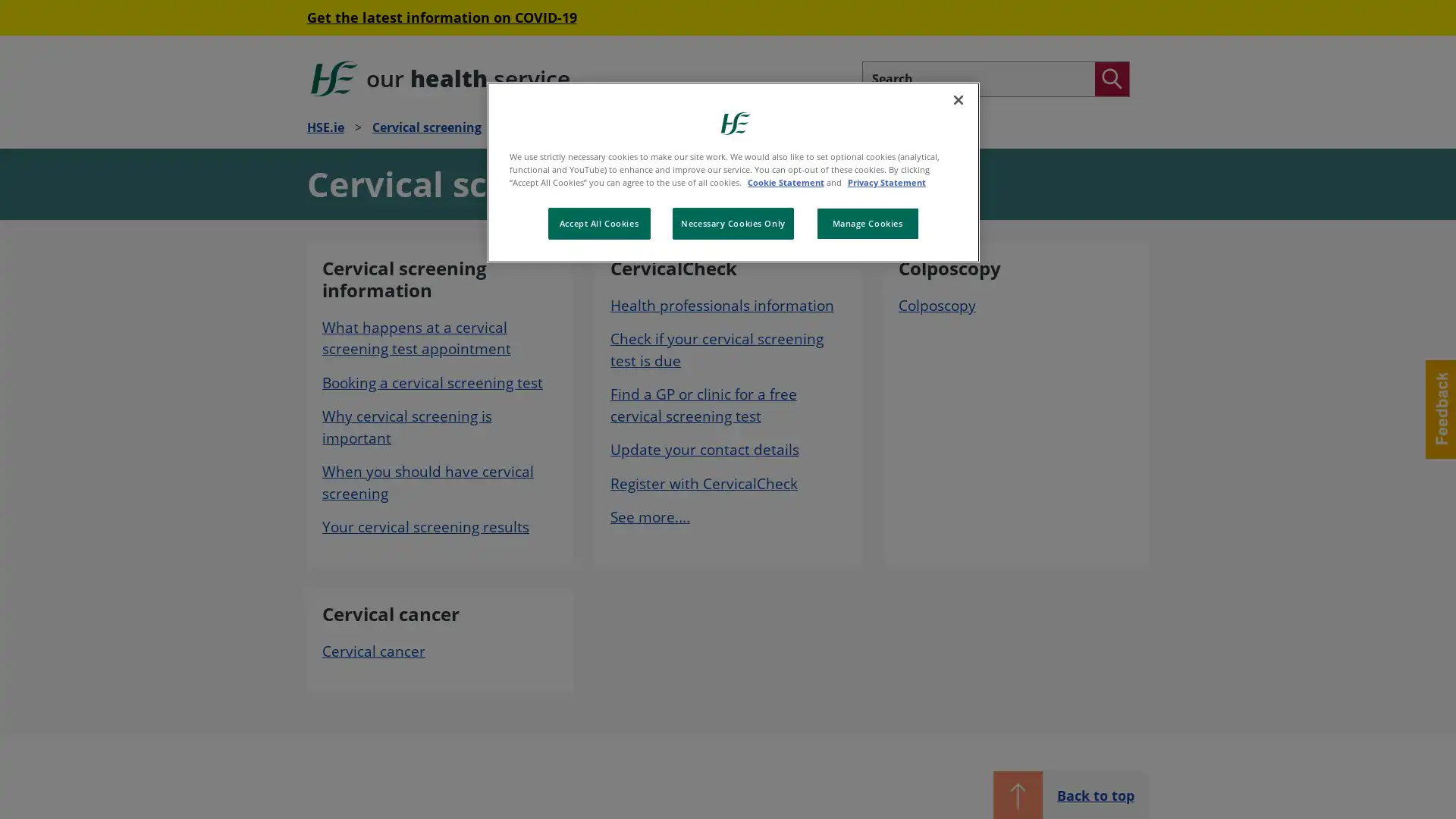  I want to click on Accept All Cookies, so click(598, 223).